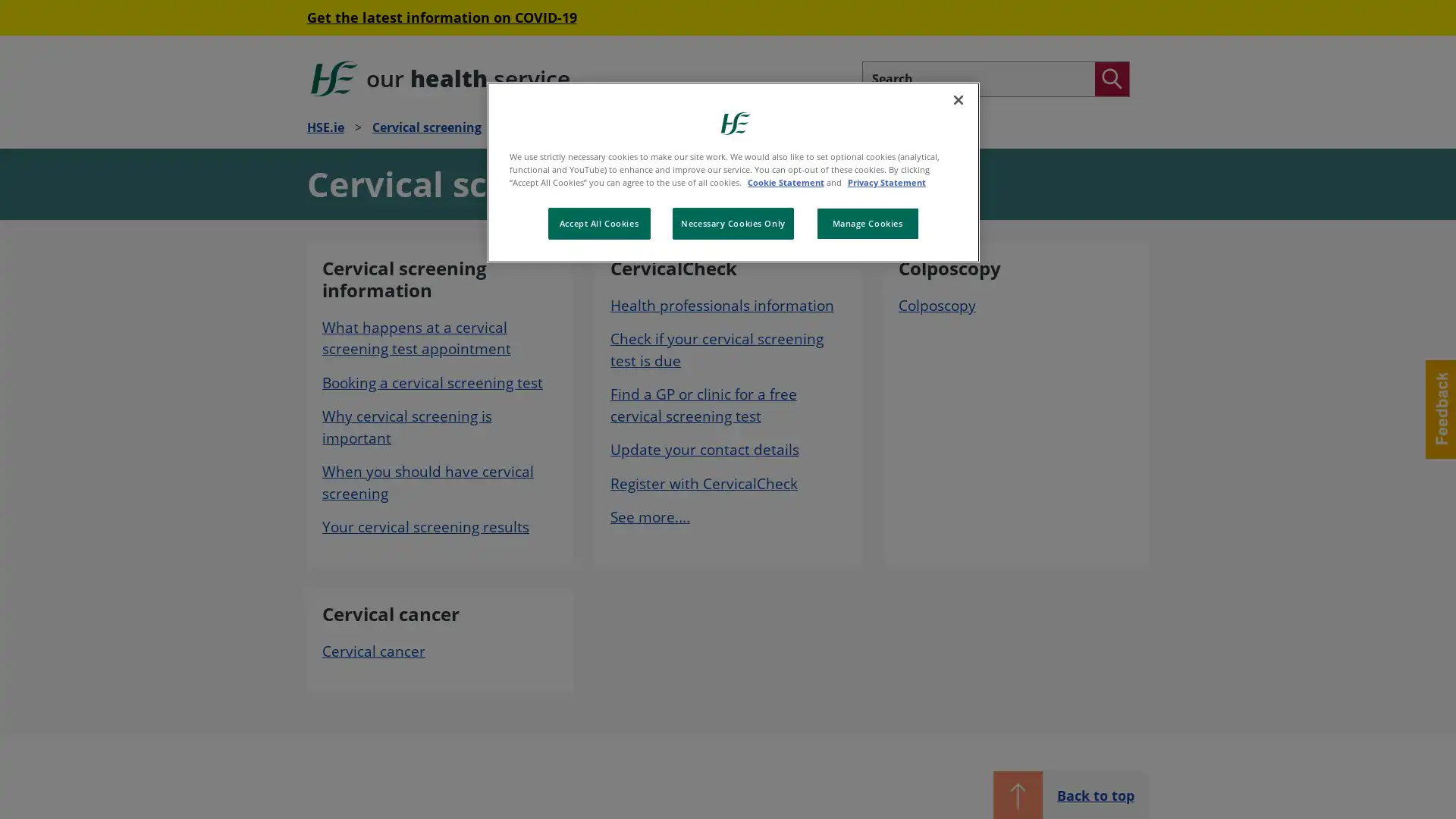  I want to click on Accept All Cookies, so click(598, 223).